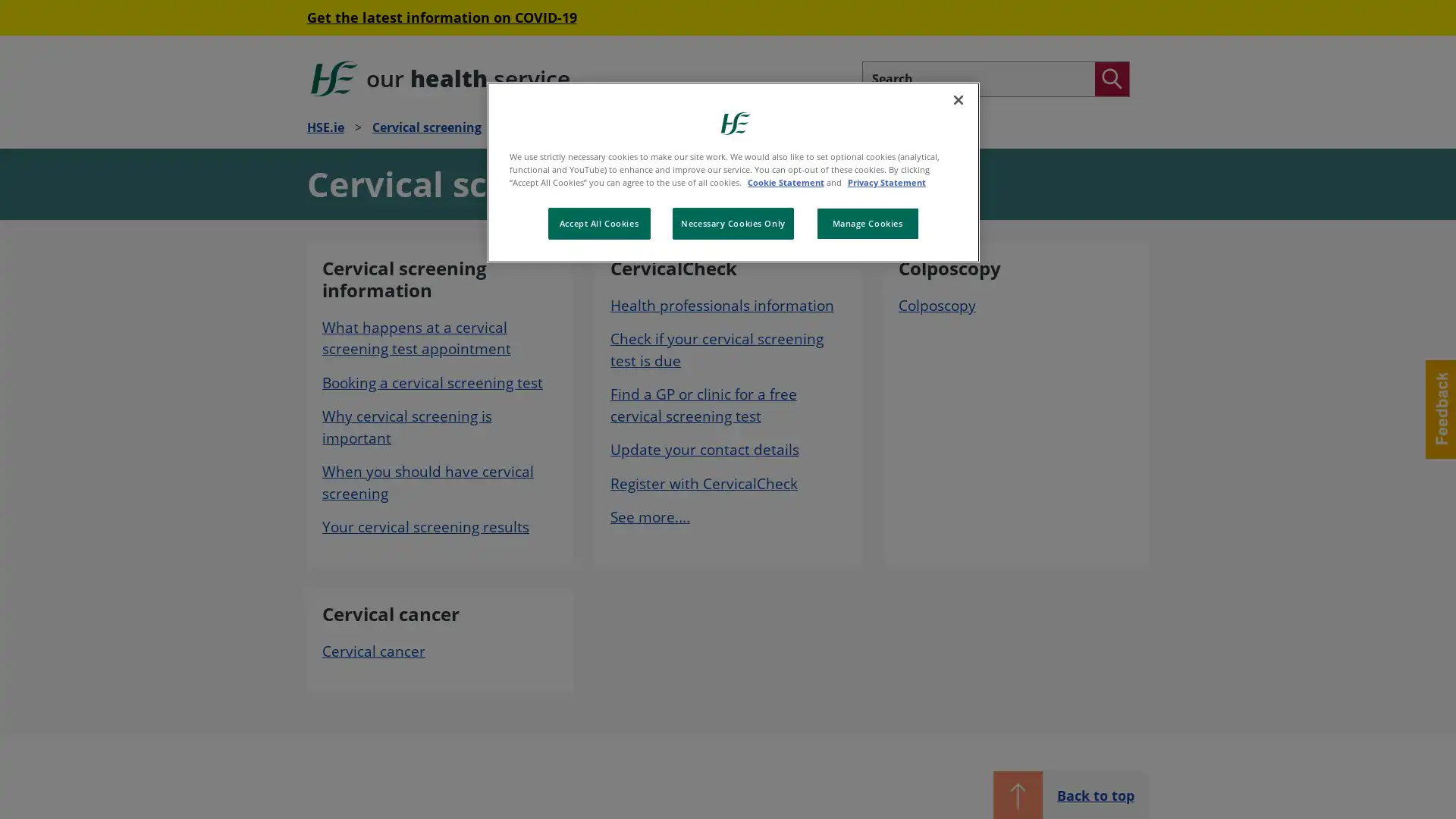  I want to click on Accept All Cookies, so click(598, 223).